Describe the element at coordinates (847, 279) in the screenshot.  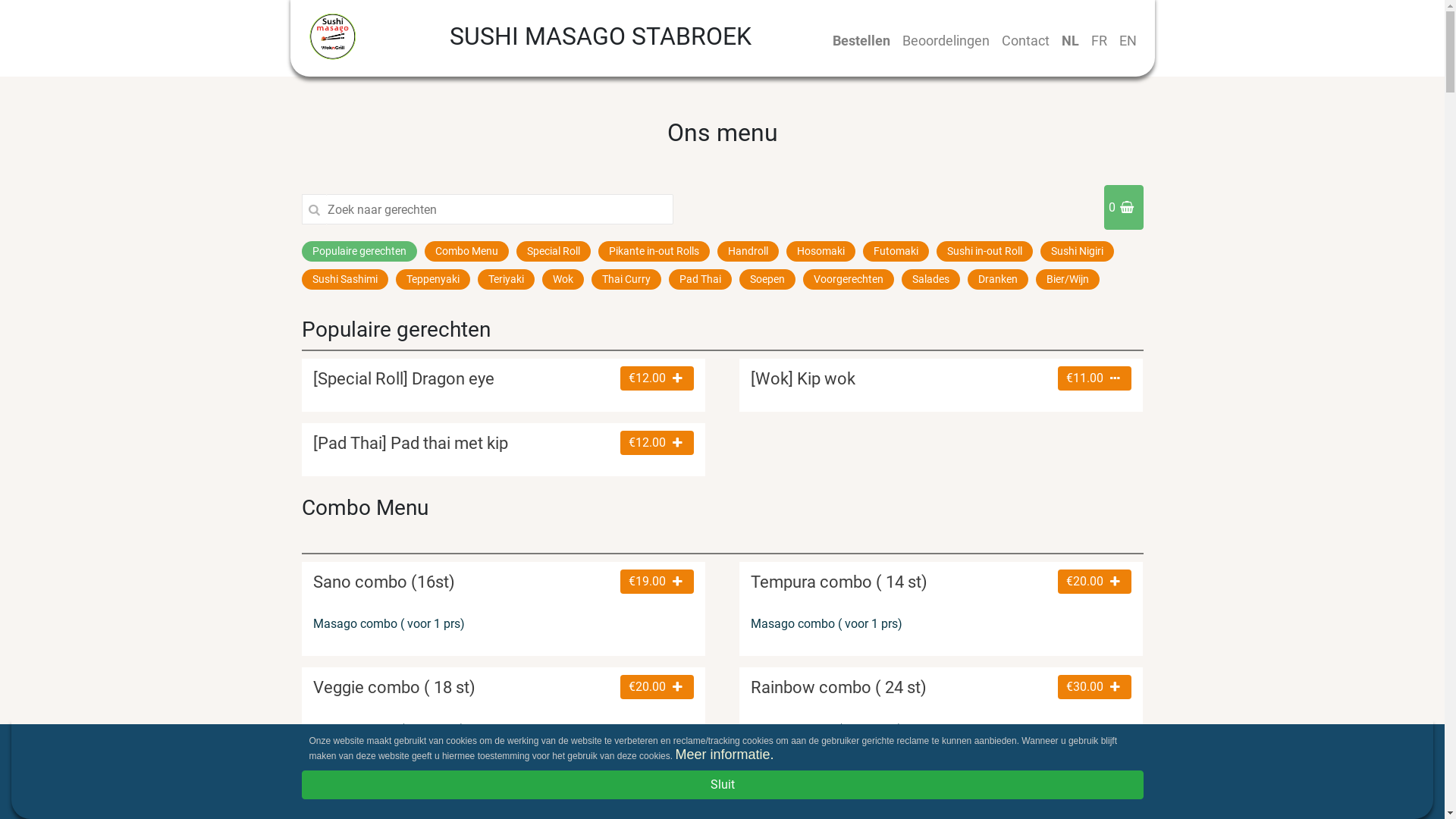
I see `'Voorgerechten'` at that location.